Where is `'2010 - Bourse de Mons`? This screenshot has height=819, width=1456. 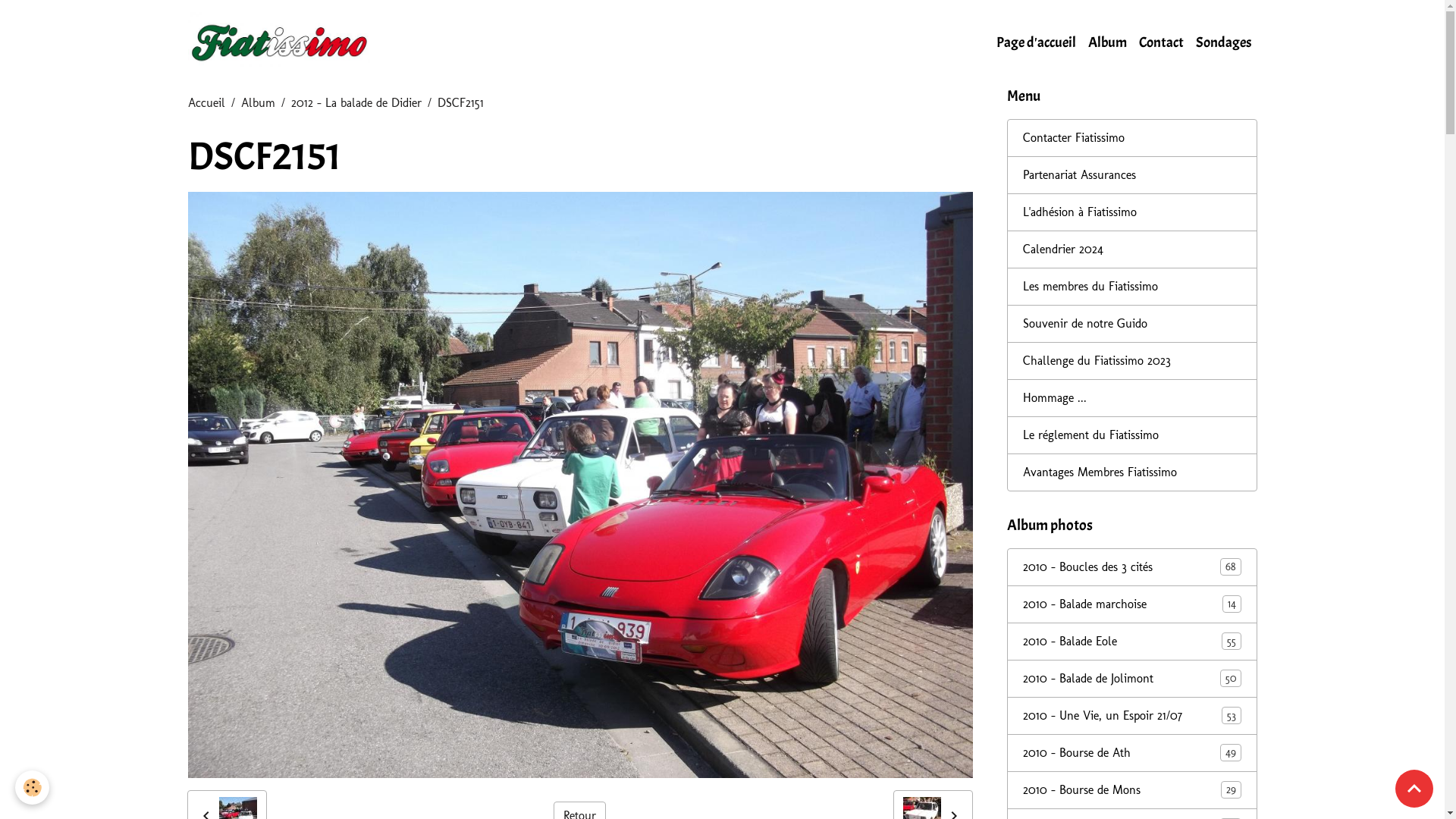 '2010 - Bourse de Mons is located at coordinates (1131, 789).